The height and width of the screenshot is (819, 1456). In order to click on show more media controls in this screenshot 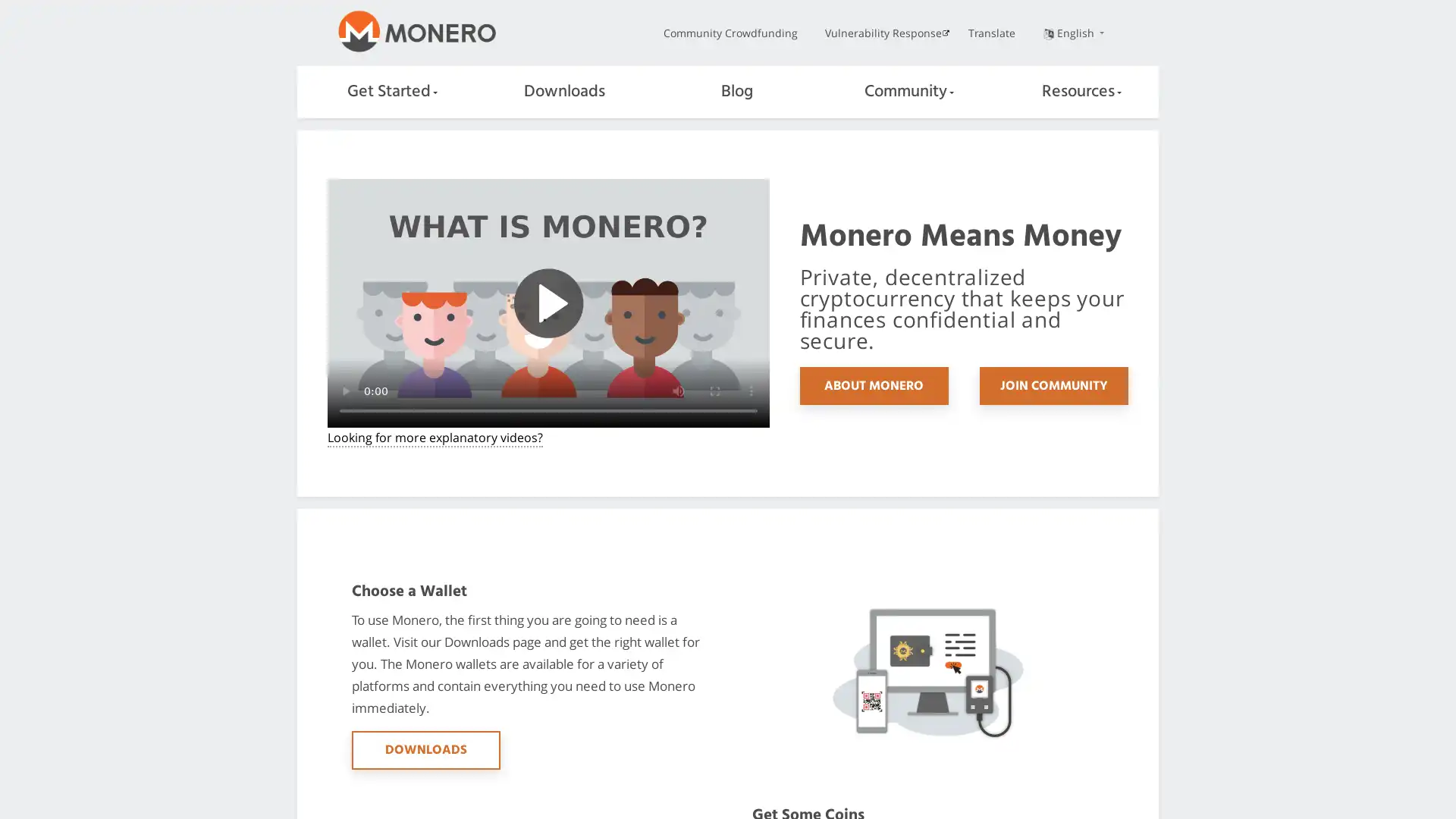, I will do `click(750, 391)`.